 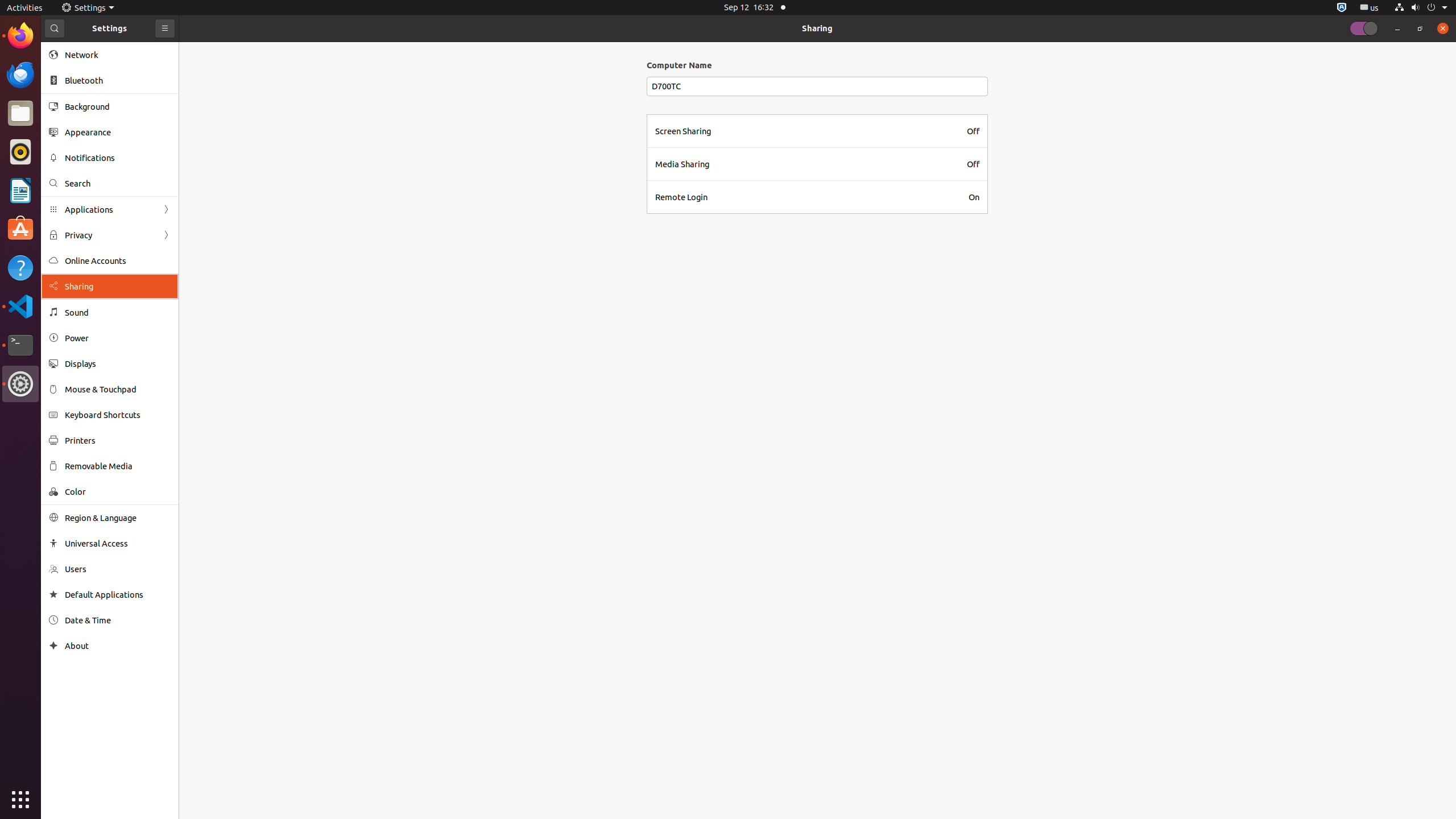 I want to click on 'Bluetooth', so click(x=118, y=80).